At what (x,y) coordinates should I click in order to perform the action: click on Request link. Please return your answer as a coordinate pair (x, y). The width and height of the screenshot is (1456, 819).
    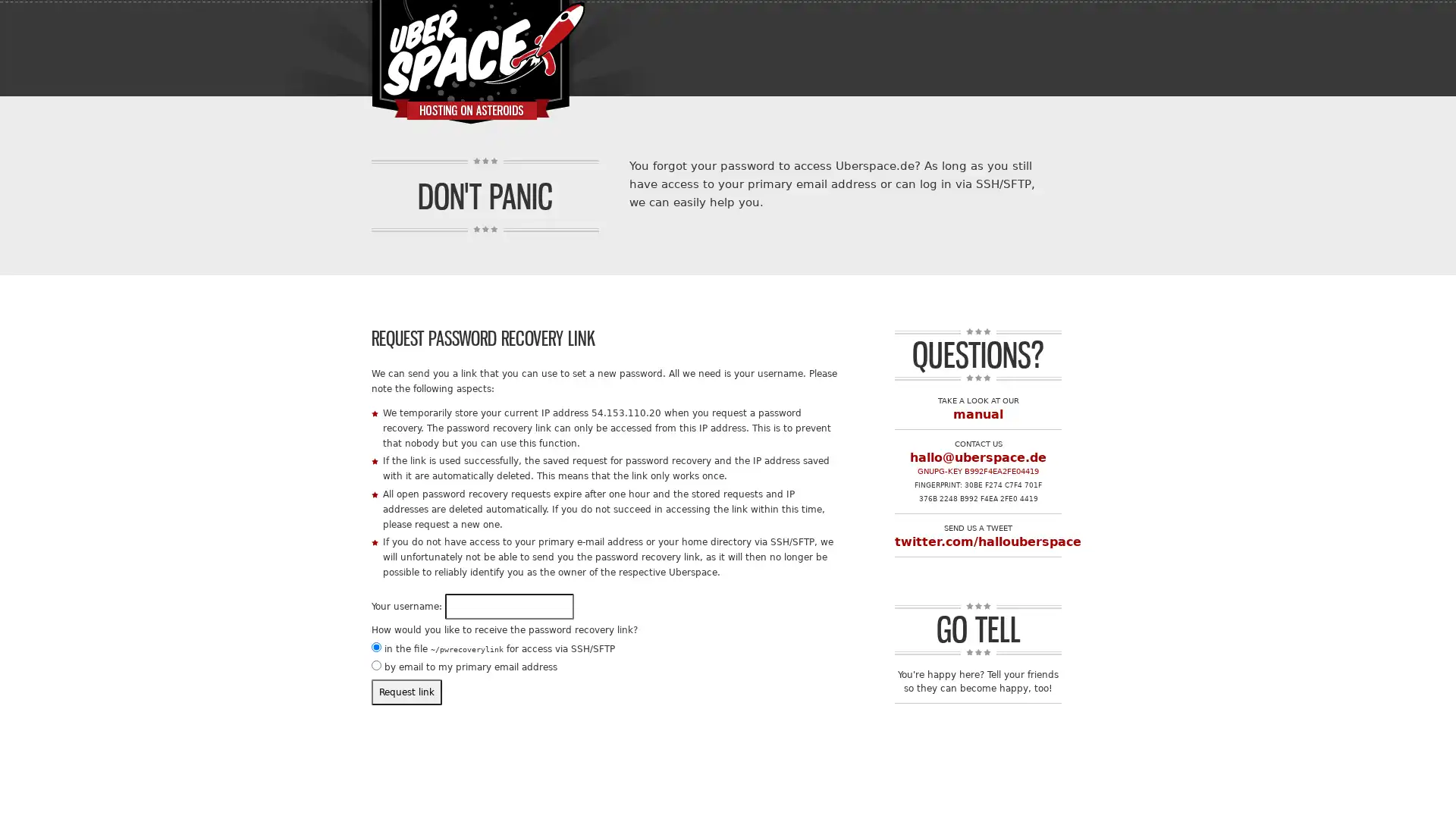
    Looking at the image, I should click on (406, 692).